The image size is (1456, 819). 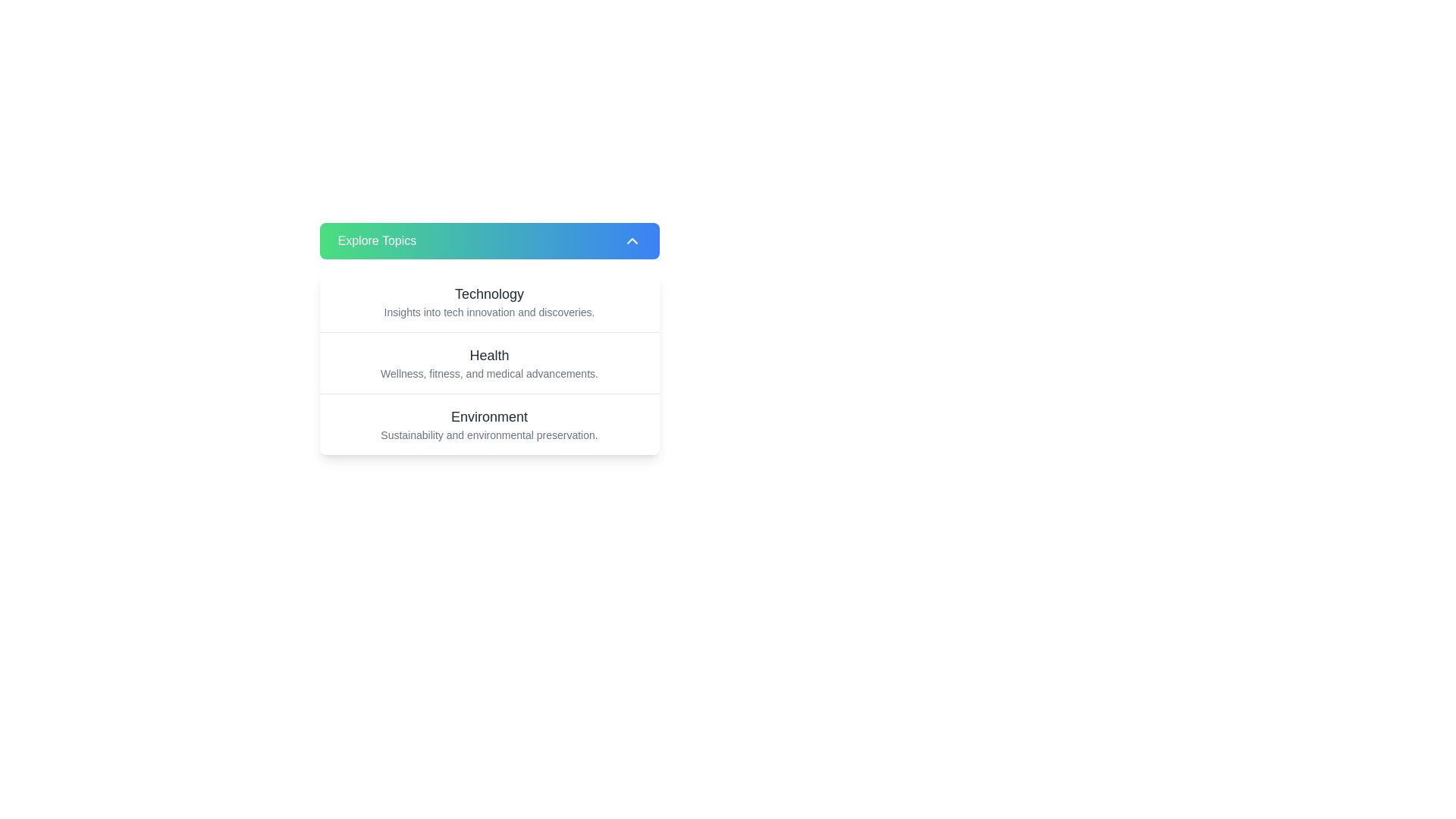 I want to click on the text label displaying 'Insights into tech innovation and discoveries.' located beneath the 'Technology' heading, so click(x=489, y=312).